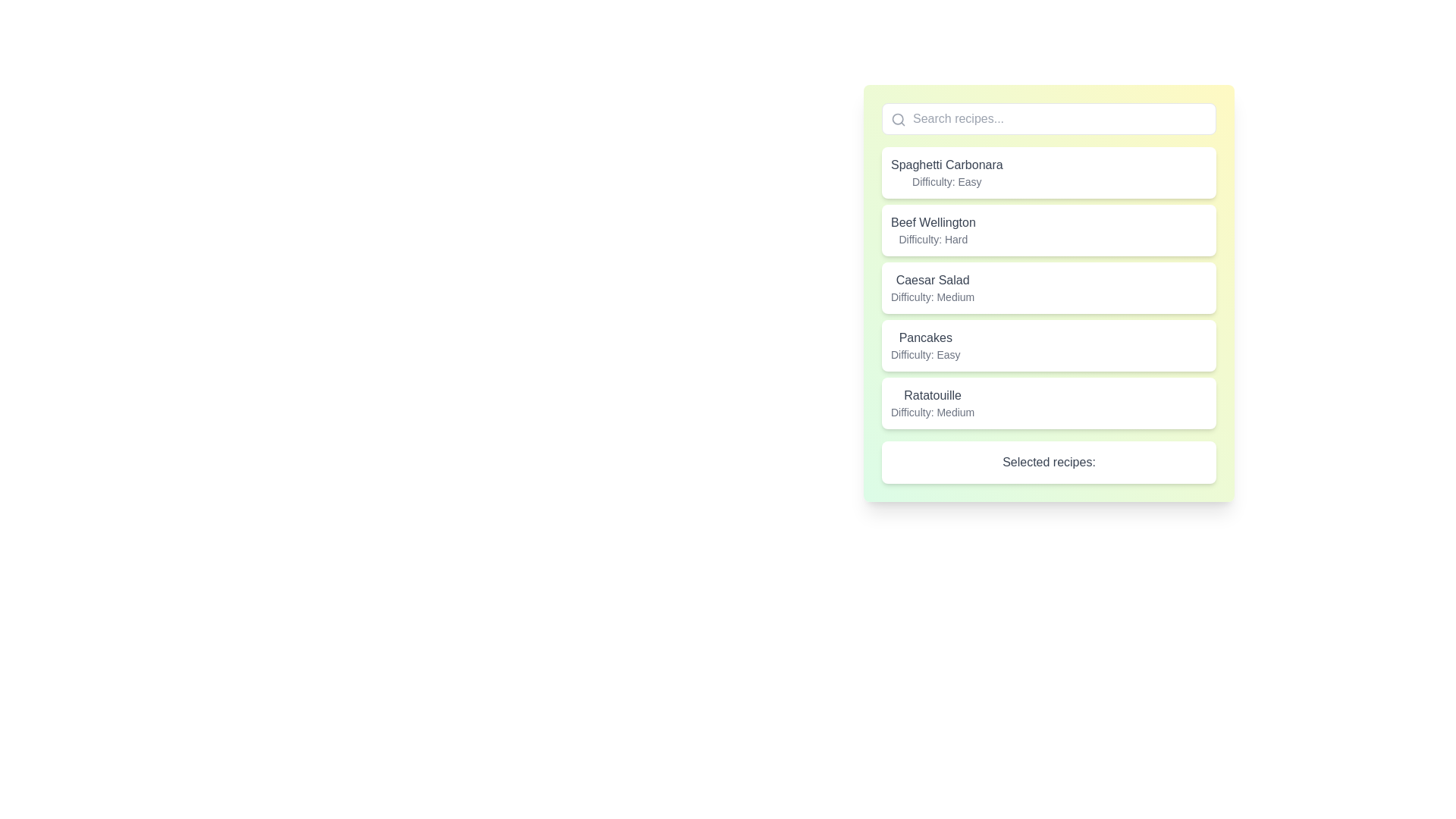 The height and width of the screenshot is (819, 1456). What do you see at coordinates (924, 345) in the screenshot?
I see `displayed information from the Text Display that shows 'Pancakes' in bold and 'Difficulty: Easy', which is the fourth item in the vertical list` at bounding box center [924, 345].